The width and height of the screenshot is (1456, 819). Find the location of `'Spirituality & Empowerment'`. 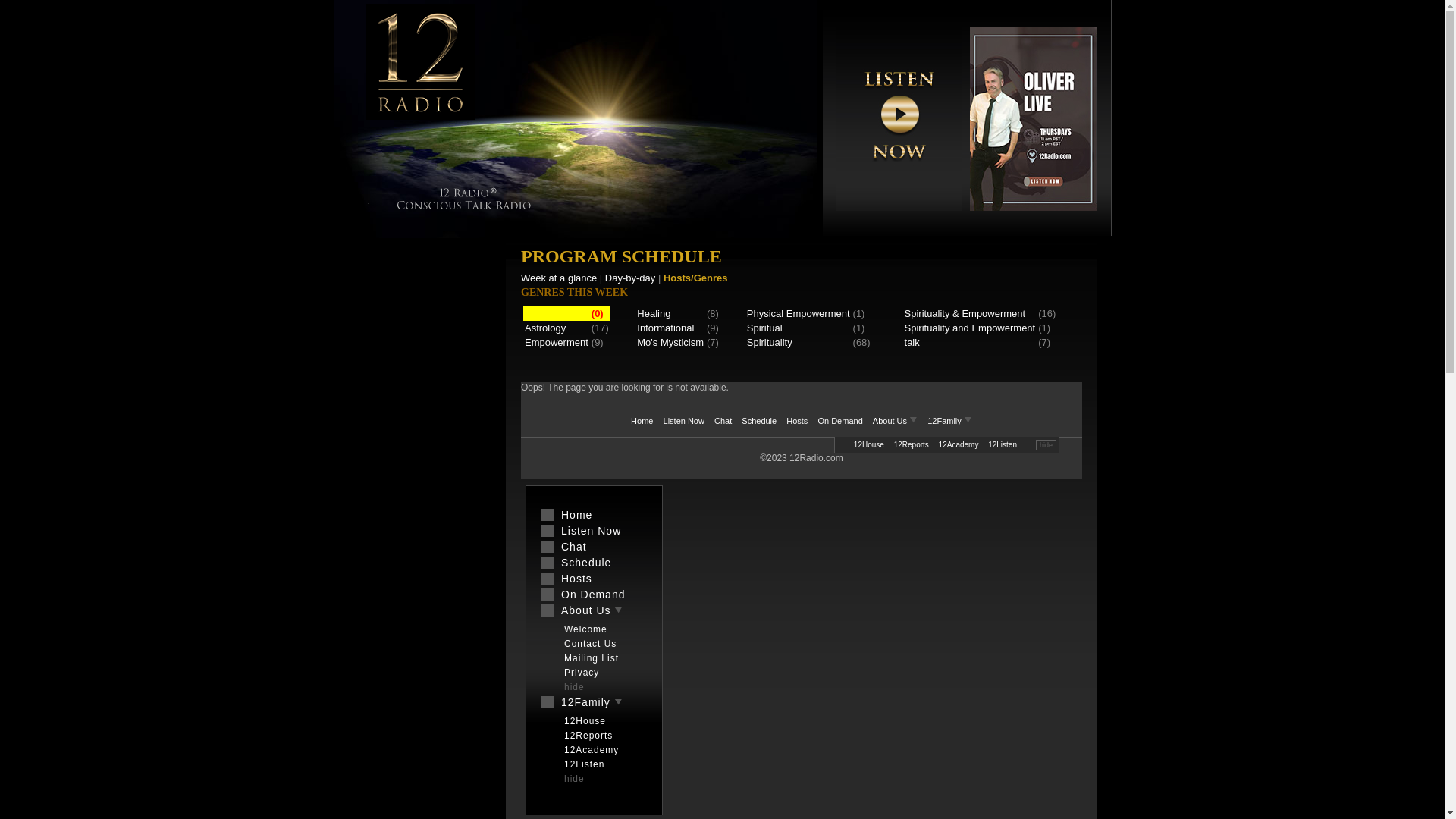

'Spirituality & Empowerment' is located at coordinates (905, 312).